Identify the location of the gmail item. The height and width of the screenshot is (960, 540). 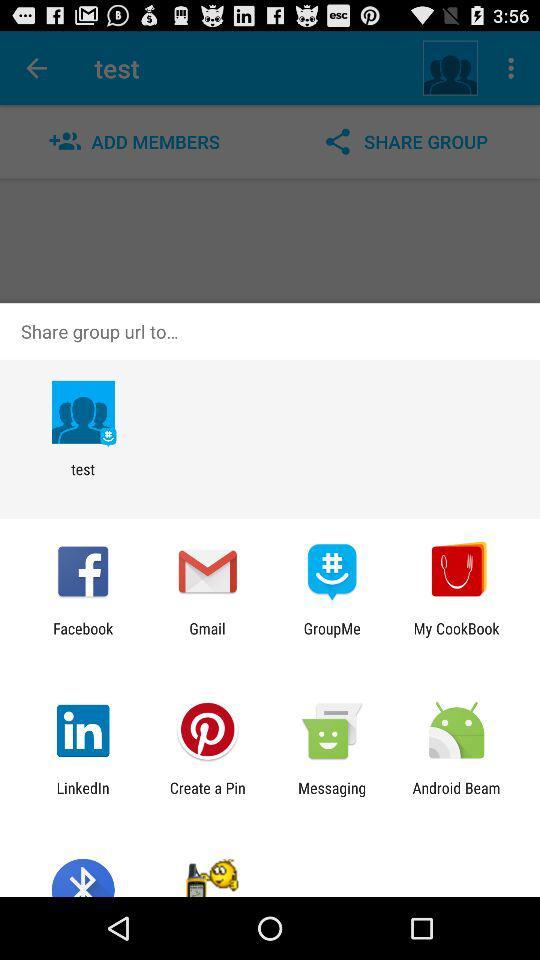
(206, 636).